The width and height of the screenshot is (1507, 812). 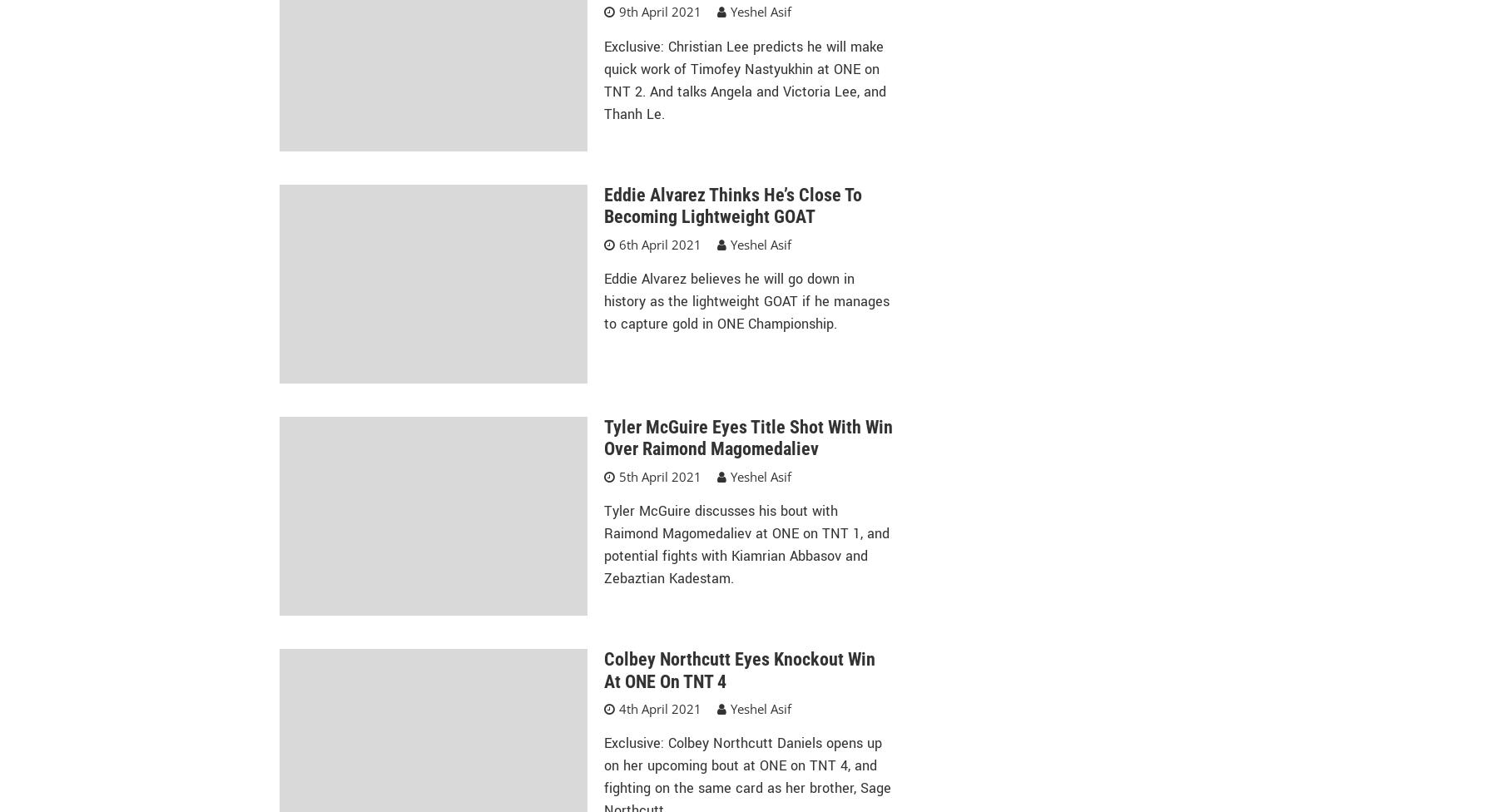 What do you see at coordinates (746, 301) in the screenshot?
I see `'Eddie Alvarez believes he will go down in history as the lightweight GOAT if he manages to capture gold in ONE Championship.'` at bounding box center [746, 301].